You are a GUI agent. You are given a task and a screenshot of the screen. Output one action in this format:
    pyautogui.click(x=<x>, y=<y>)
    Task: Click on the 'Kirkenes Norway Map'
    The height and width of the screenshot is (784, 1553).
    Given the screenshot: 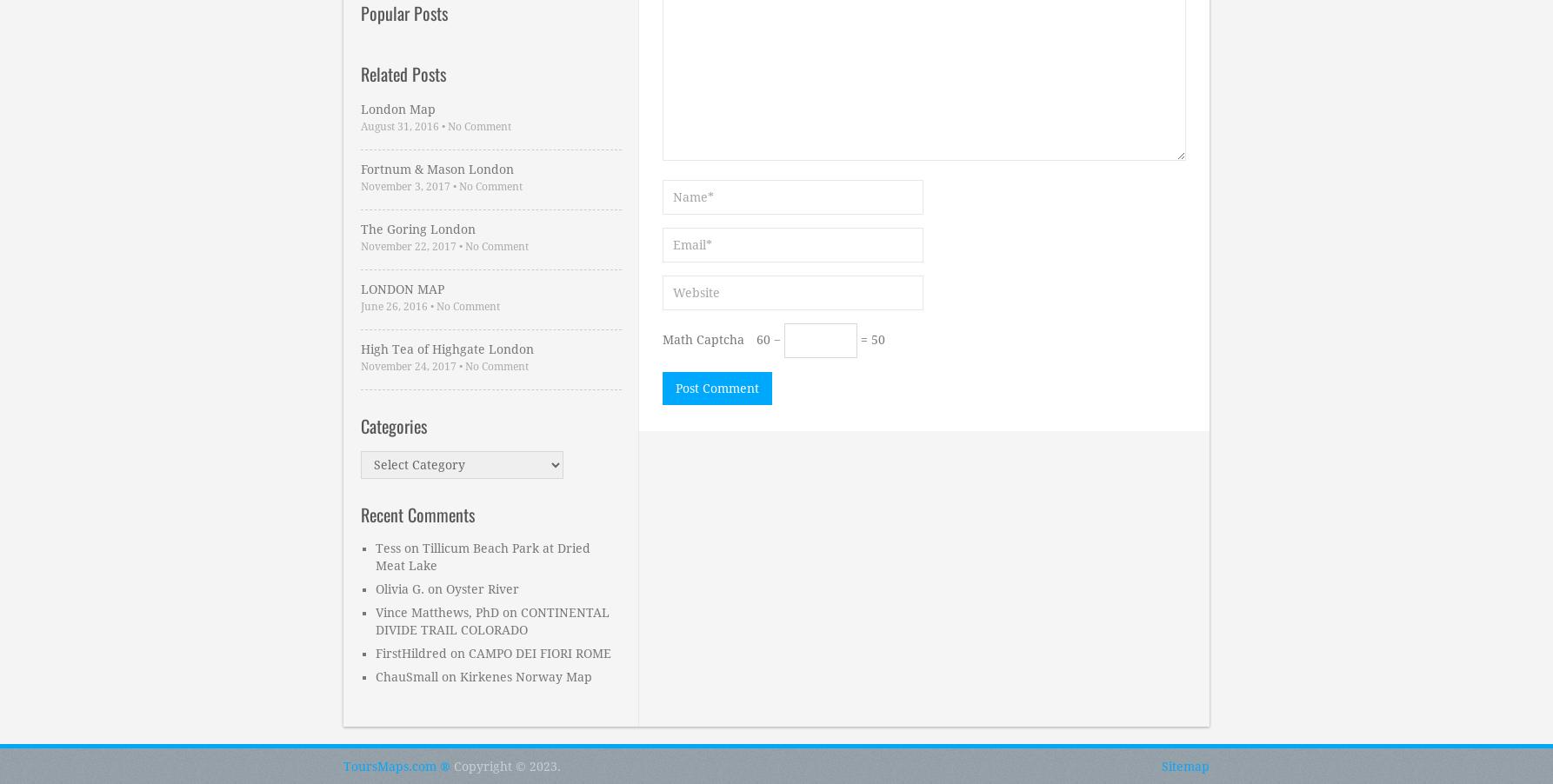 What is the action you would take?
    pyautogui.click(x=525, y=675)
    